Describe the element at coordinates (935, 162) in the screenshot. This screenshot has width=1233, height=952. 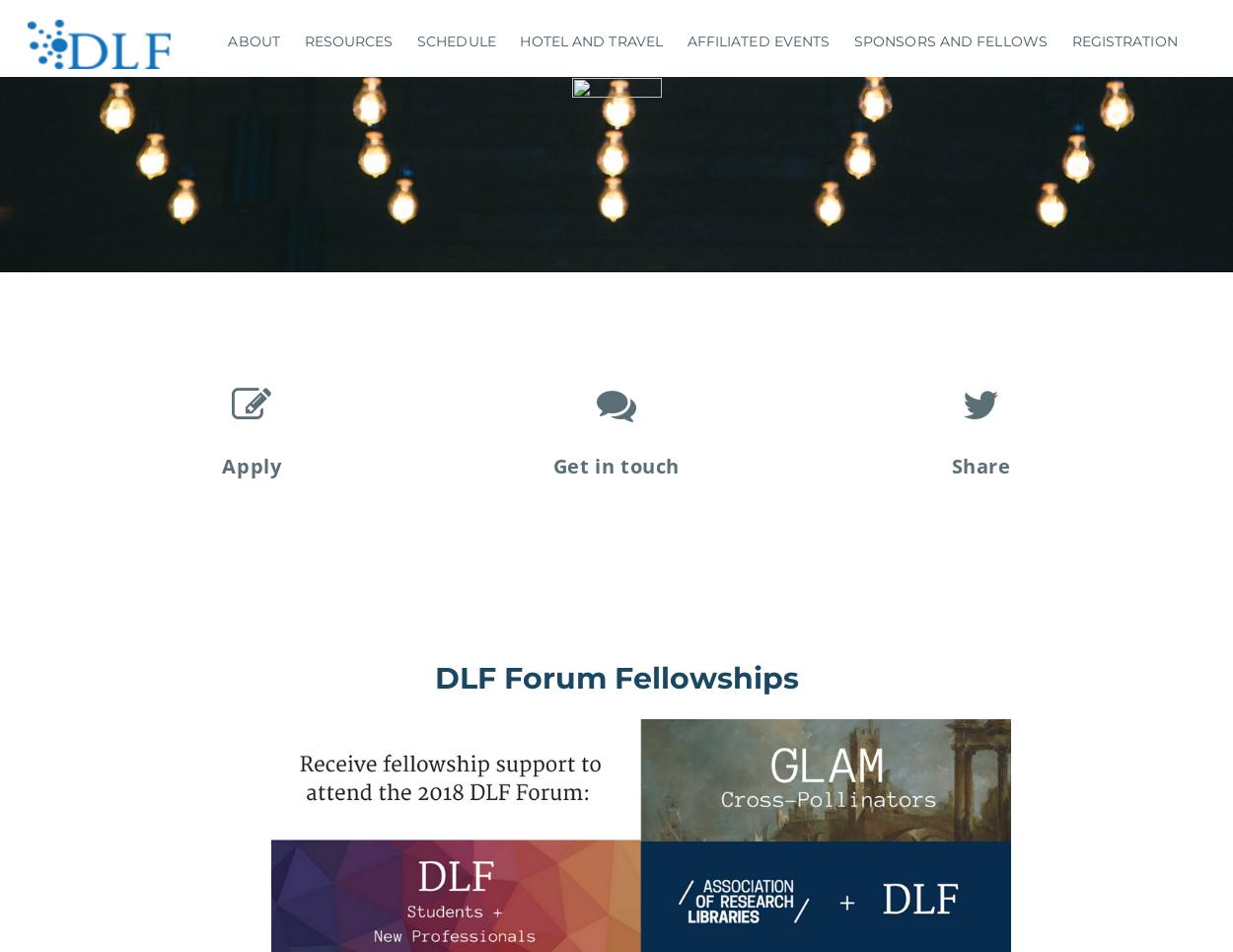
I see `'Exhibitors'` at that location.